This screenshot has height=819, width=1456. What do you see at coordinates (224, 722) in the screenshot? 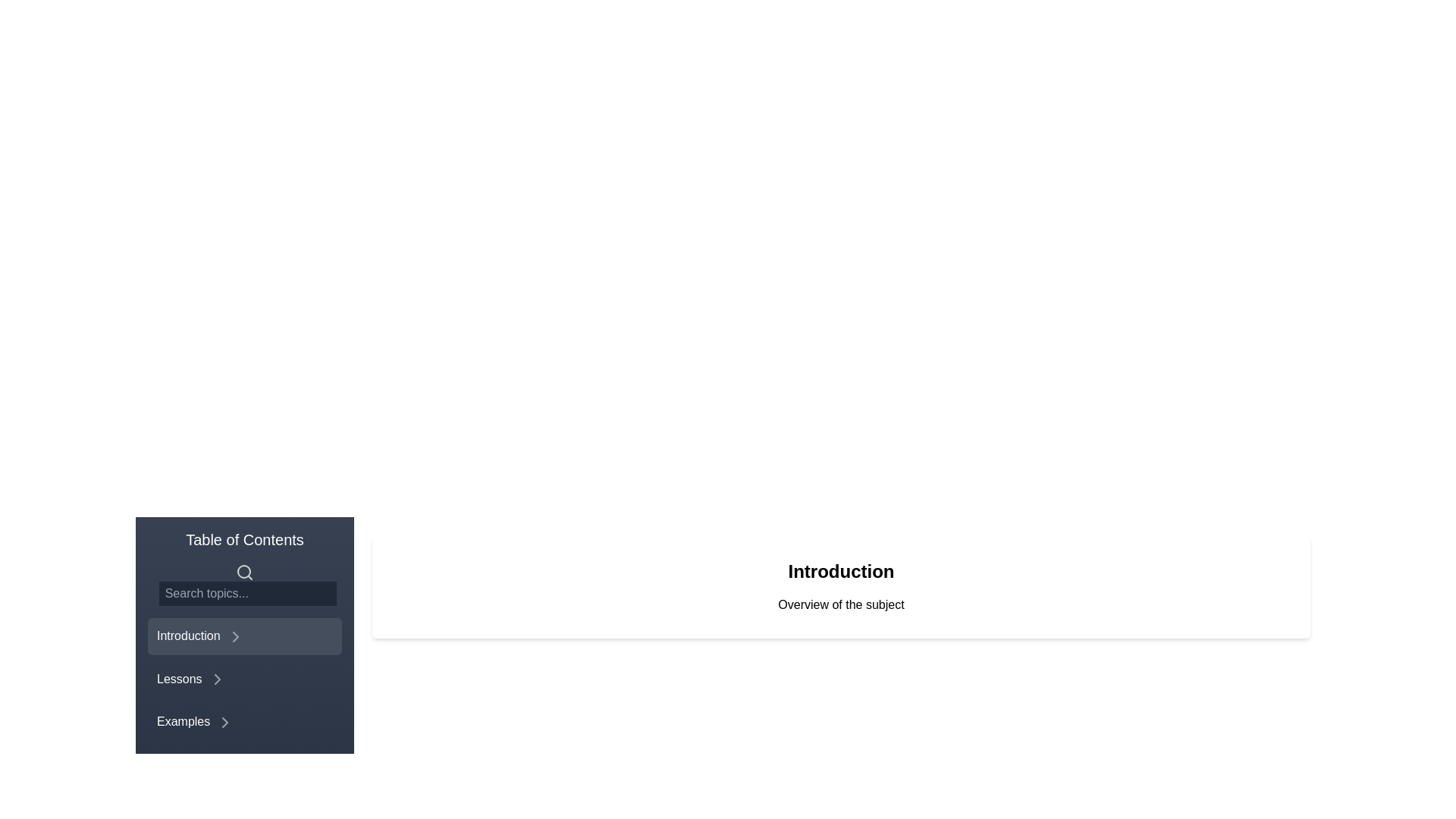
I see `the chevron arrow icon located to the right of the 'Examples' text in the 'Table of Contents' section` at bounding box center [224, 722].